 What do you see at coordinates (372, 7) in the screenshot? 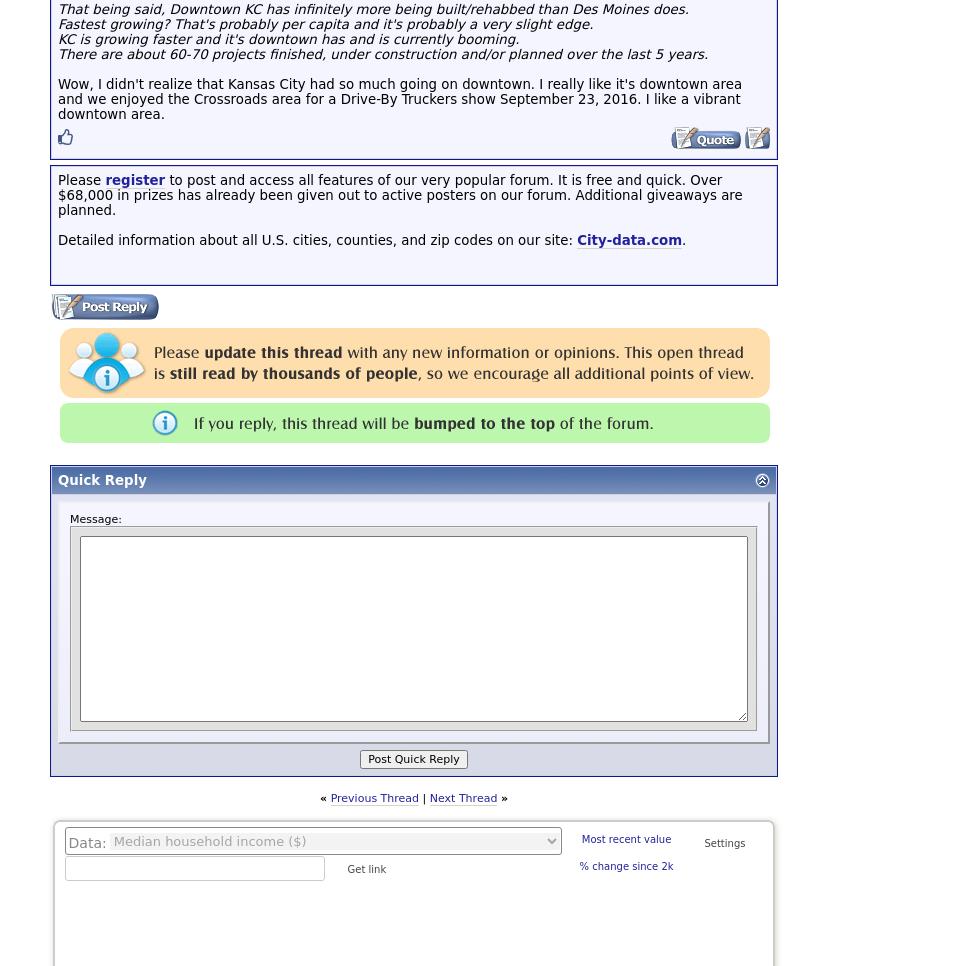
I see `'That being said, Downtown KC has infinitely more being built/rehabbed than Des Moines does.'` at bounding box center [372, 7].